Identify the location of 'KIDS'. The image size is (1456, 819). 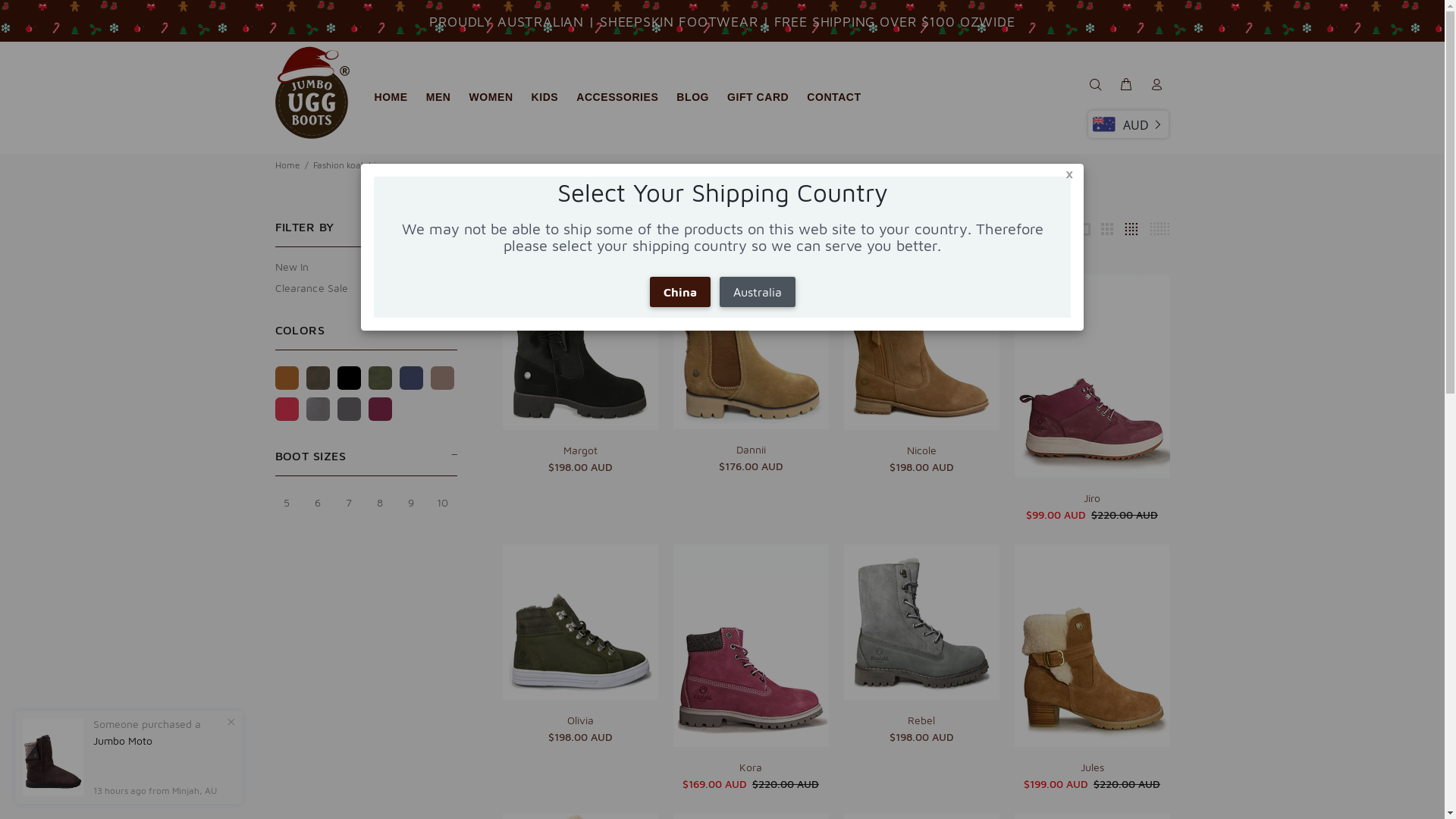
(545, 97).